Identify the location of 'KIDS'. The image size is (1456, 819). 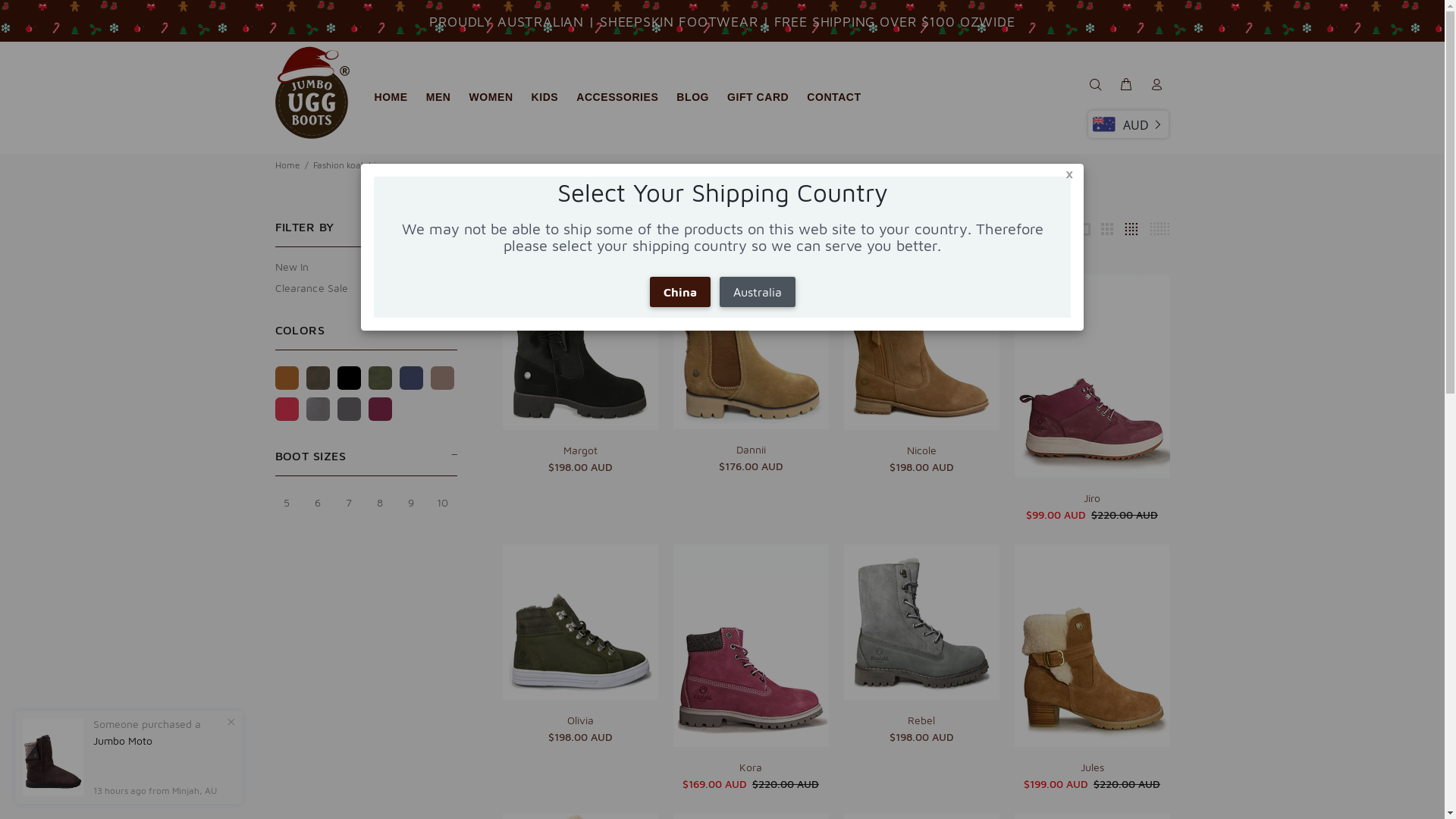
(545, 97).